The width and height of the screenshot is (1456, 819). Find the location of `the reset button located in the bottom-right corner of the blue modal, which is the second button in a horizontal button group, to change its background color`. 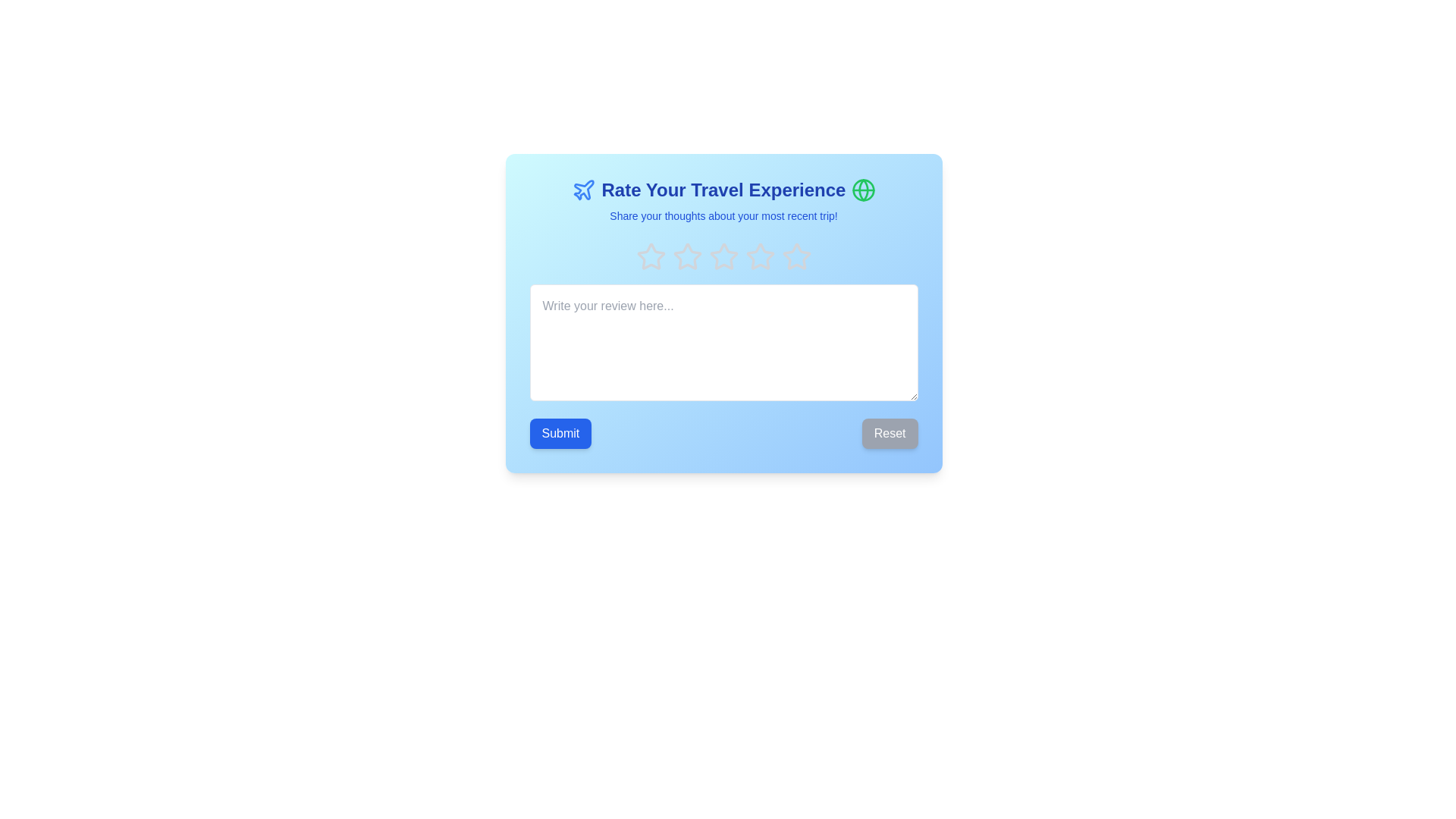

the reset button located in the bottom-right corner of the blue modal, which is the second button in a horizontal button group, to change its background color is located at coordinates (890, 433).